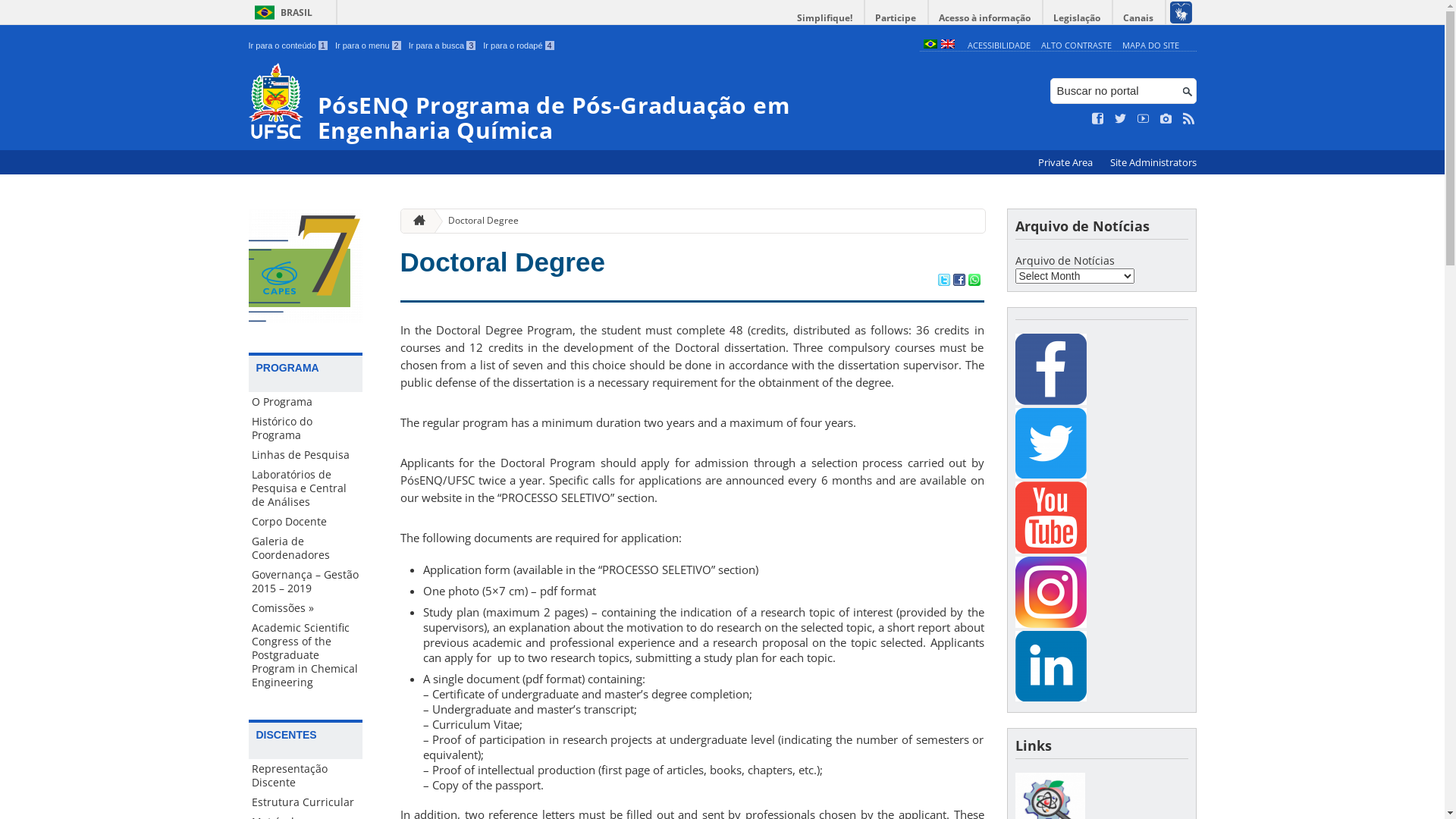 The image size is (1456, 819). Describe the element at coordinates (1075, 44) in the screenshot. I see `'ALTO CONTRASTE'` at that location.